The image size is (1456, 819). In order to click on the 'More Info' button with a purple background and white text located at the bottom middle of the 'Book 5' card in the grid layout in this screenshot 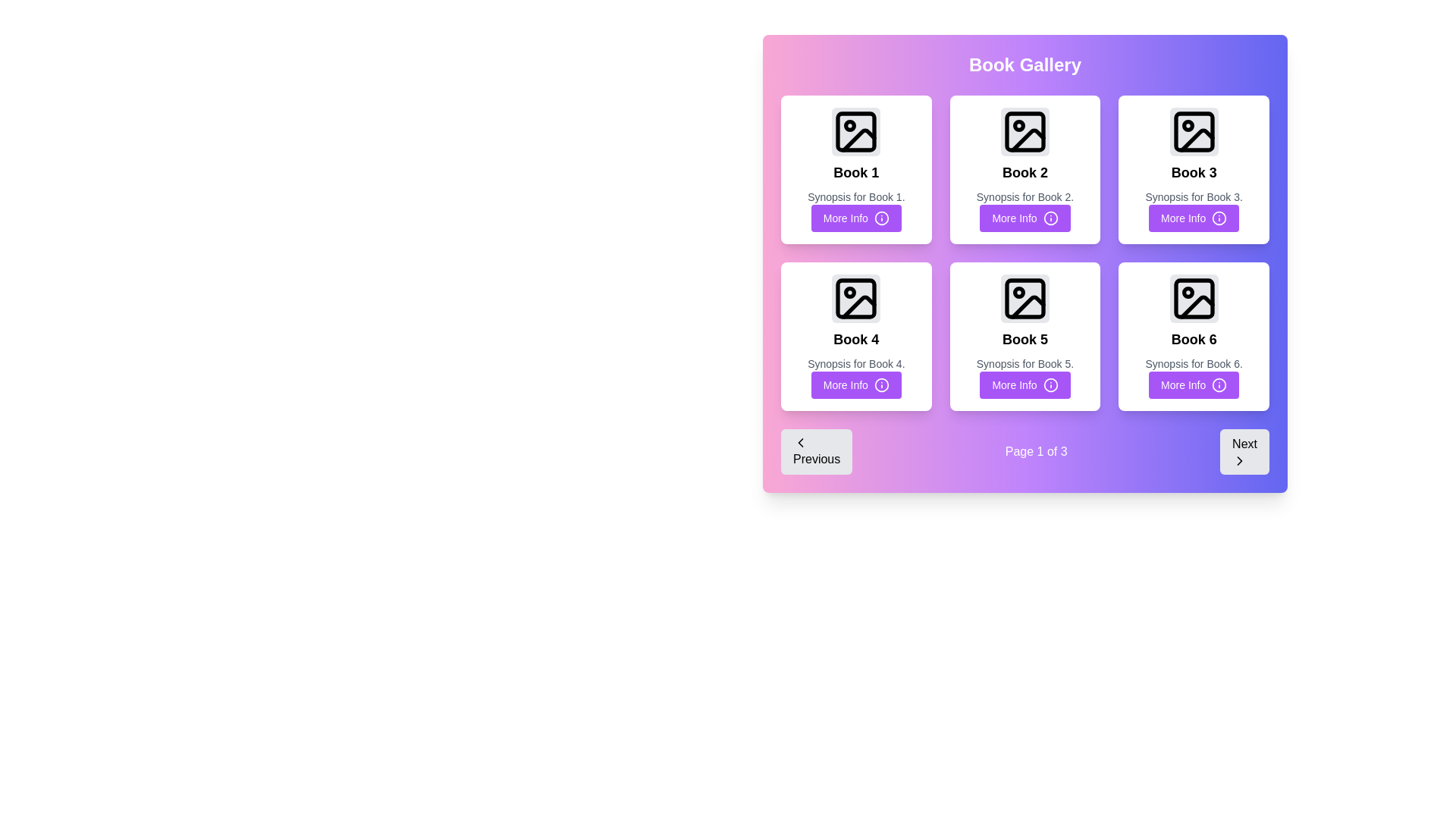, I will do `click(1025, 384)`.